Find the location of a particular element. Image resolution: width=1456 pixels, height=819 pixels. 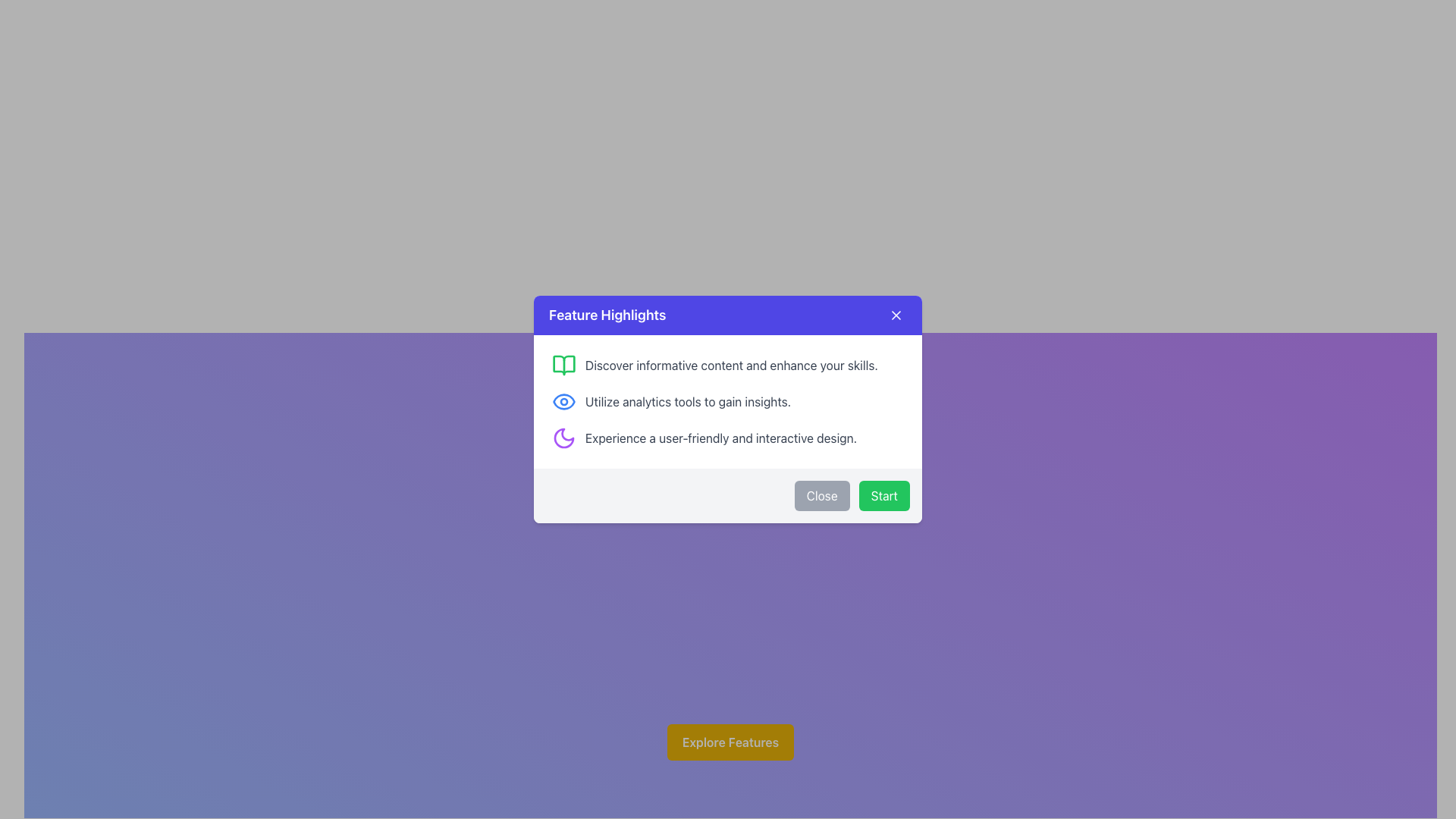

the Close icon, which appears as a diagonal cross in the top-right corner of the 'Feature Highlights' dialog box is located at coordinates (896, 315).